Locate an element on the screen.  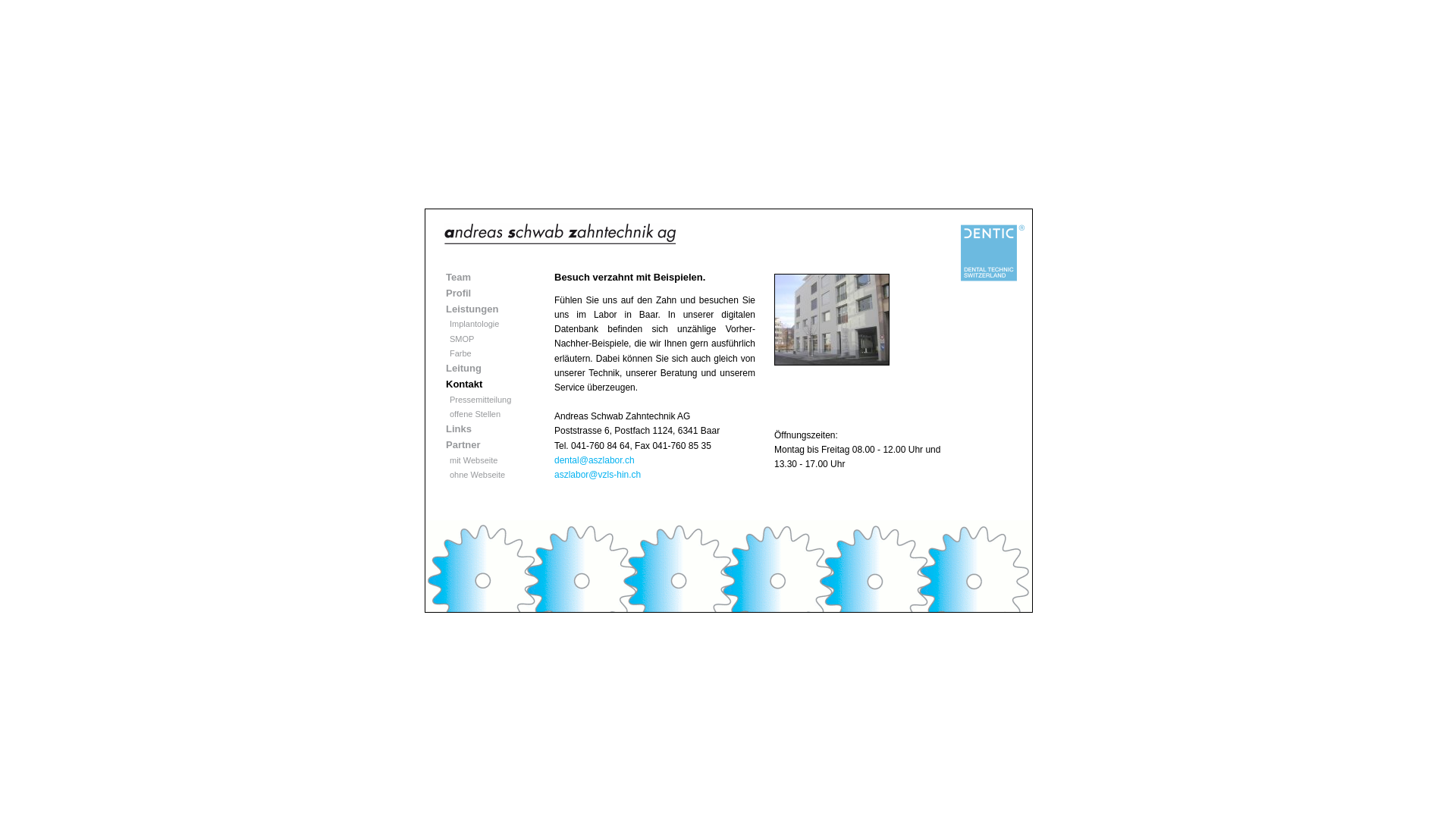
'Profil' is located at coordinates (457, 293).